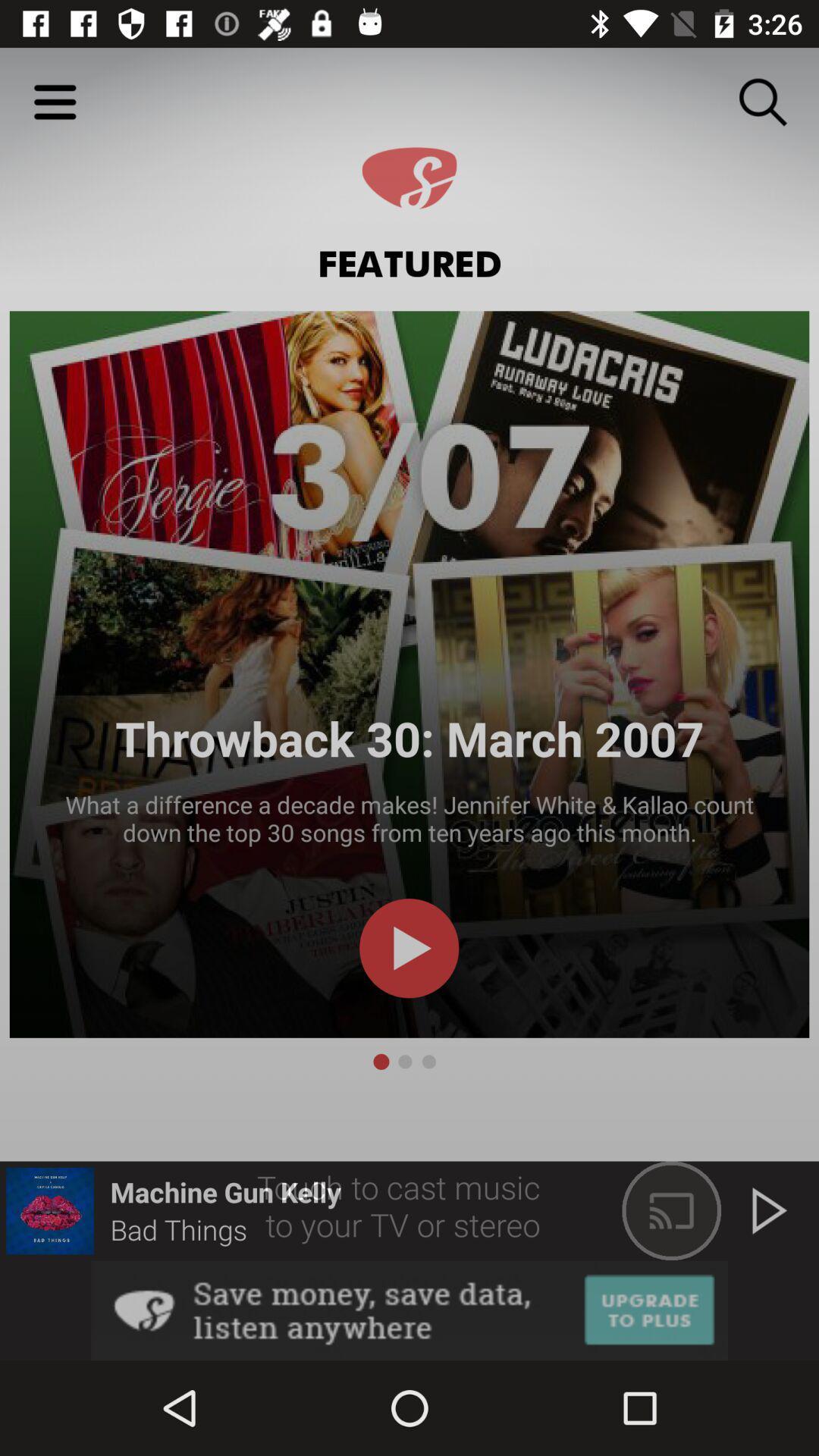 Image resolution: width=819 pixels, height=1456 pixels. Describe the element at coordinates (409, 1310) in the screenshot. I see `the advertisement` at that location.